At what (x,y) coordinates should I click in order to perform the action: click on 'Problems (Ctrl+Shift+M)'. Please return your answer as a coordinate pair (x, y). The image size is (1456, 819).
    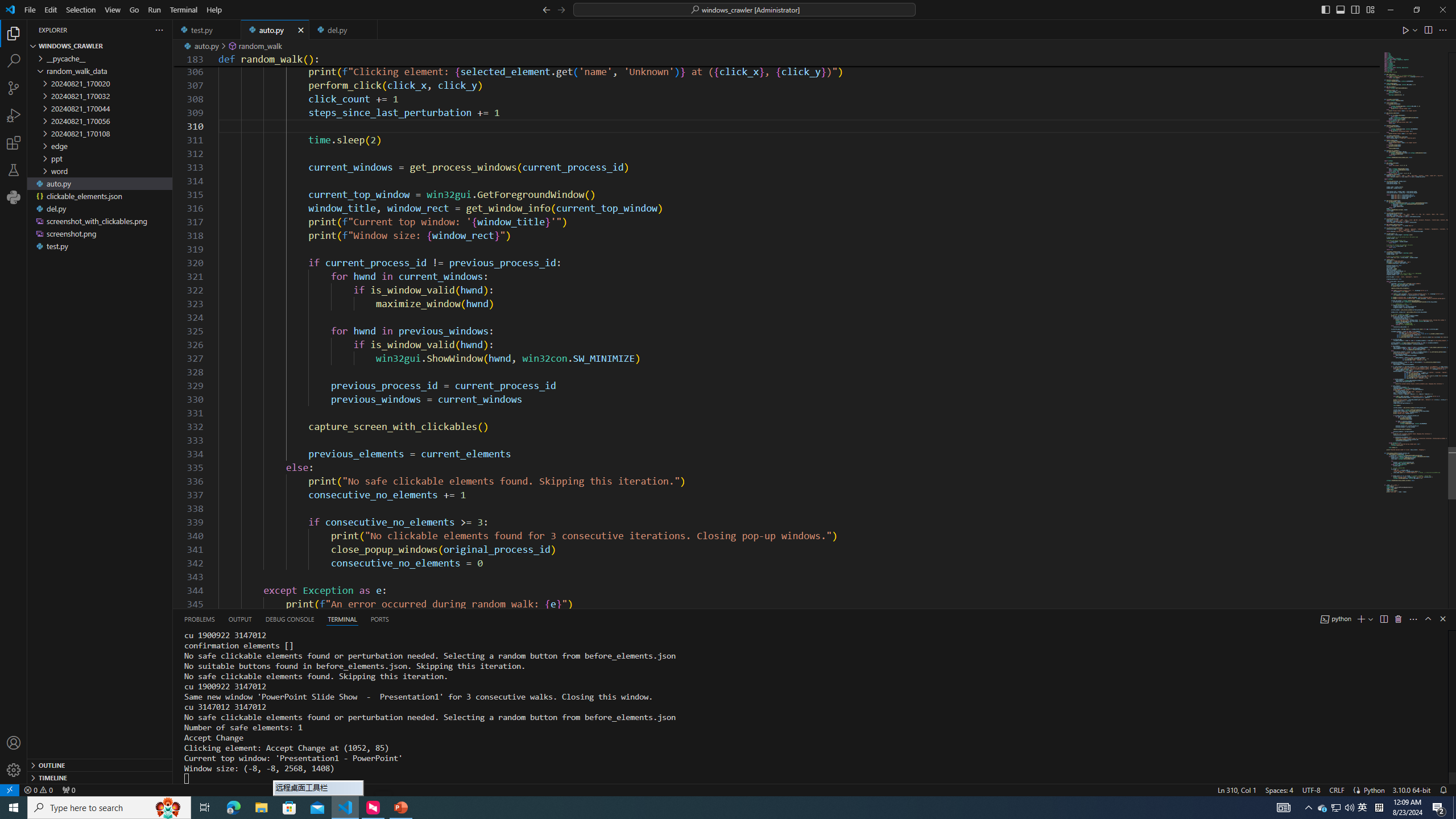
    Looking at the image, I should click on (199, 618).